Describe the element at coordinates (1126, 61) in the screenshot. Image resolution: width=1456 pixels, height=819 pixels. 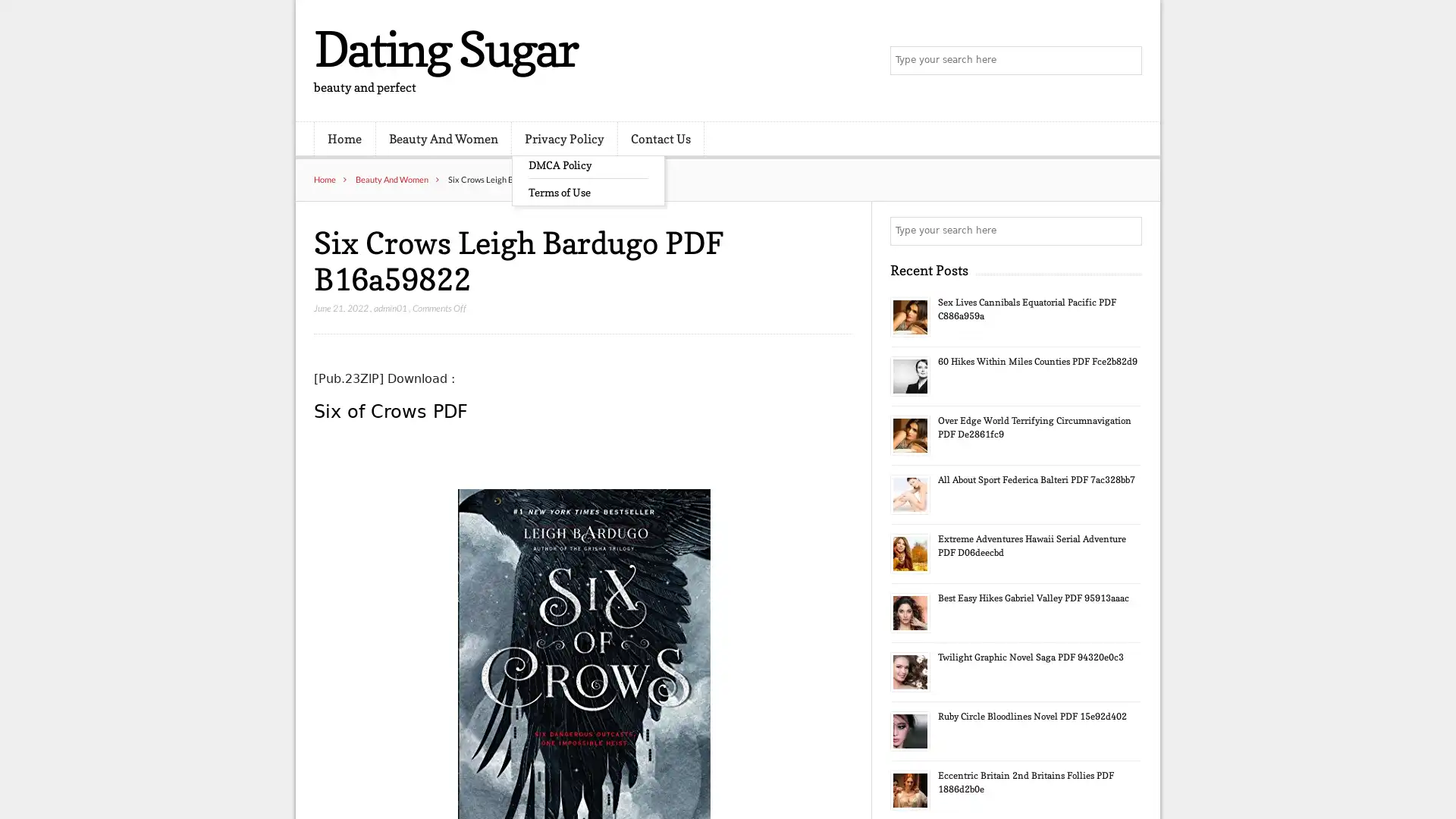
I see `Search` at that location.